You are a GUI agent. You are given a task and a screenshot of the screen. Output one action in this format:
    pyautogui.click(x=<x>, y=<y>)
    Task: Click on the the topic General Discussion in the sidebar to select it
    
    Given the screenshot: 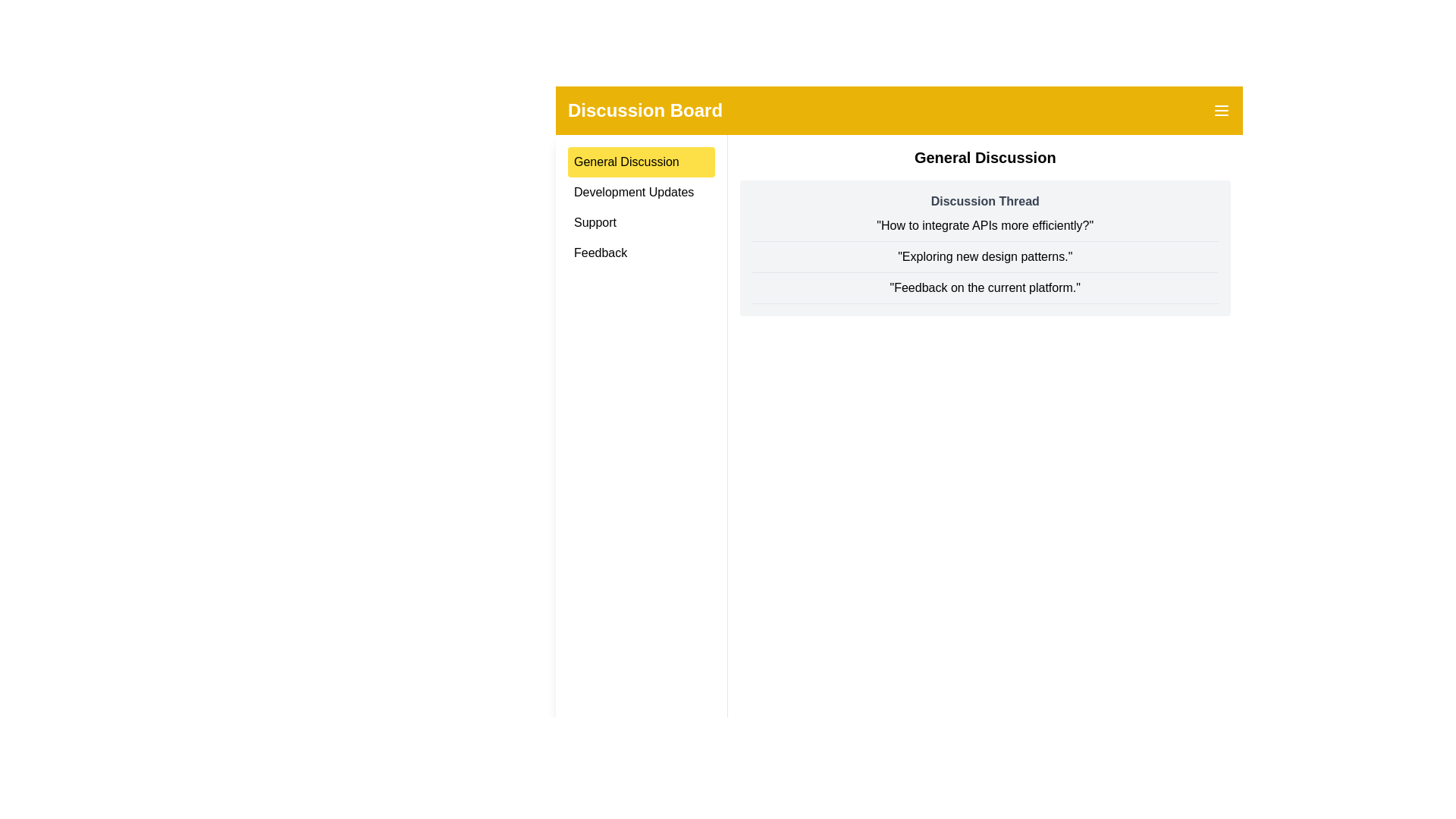 What is the action you would take?
    pyautogui.click(x=641, y=162)
    